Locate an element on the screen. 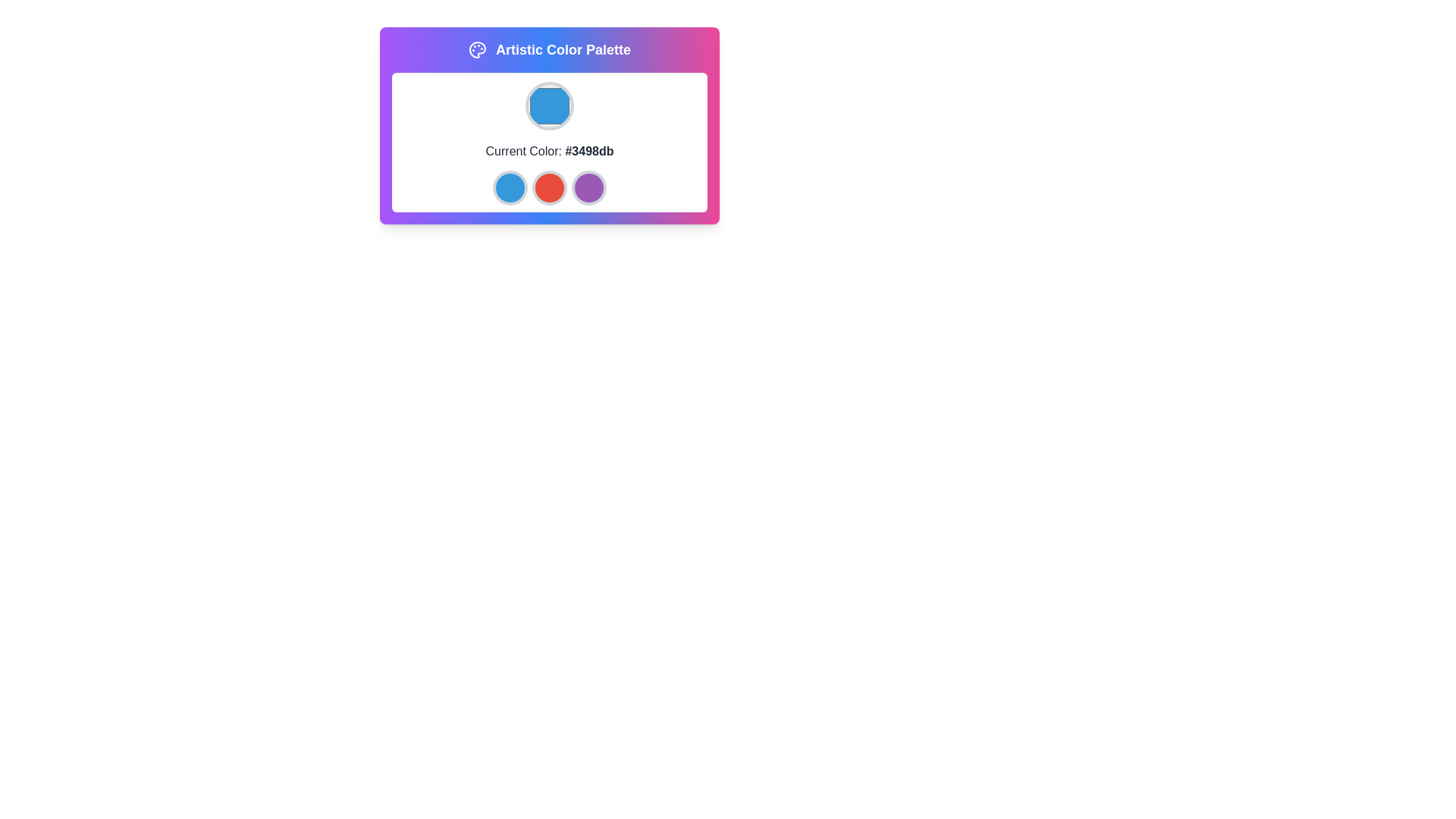 Image resolution: width=1456 pixels, height=819 pixels. the interactive color display component that shows the currently selected color and its hexadecimal code is located at coordinates (548, 124).